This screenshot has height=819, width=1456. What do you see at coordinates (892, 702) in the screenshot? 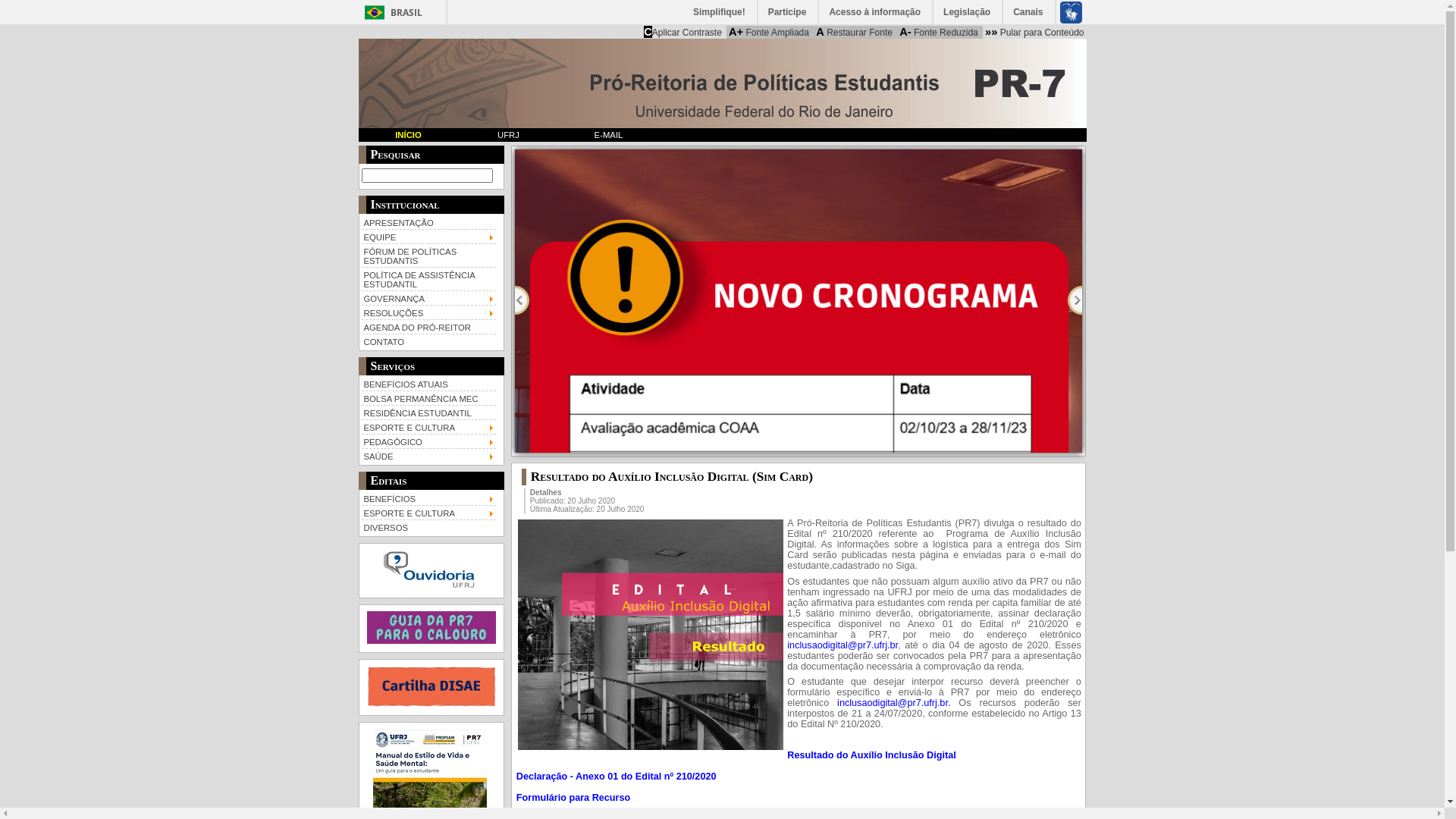
I see `'inclusaodigital@pr7.ufrj.br'` at bounding box center [892, 702].